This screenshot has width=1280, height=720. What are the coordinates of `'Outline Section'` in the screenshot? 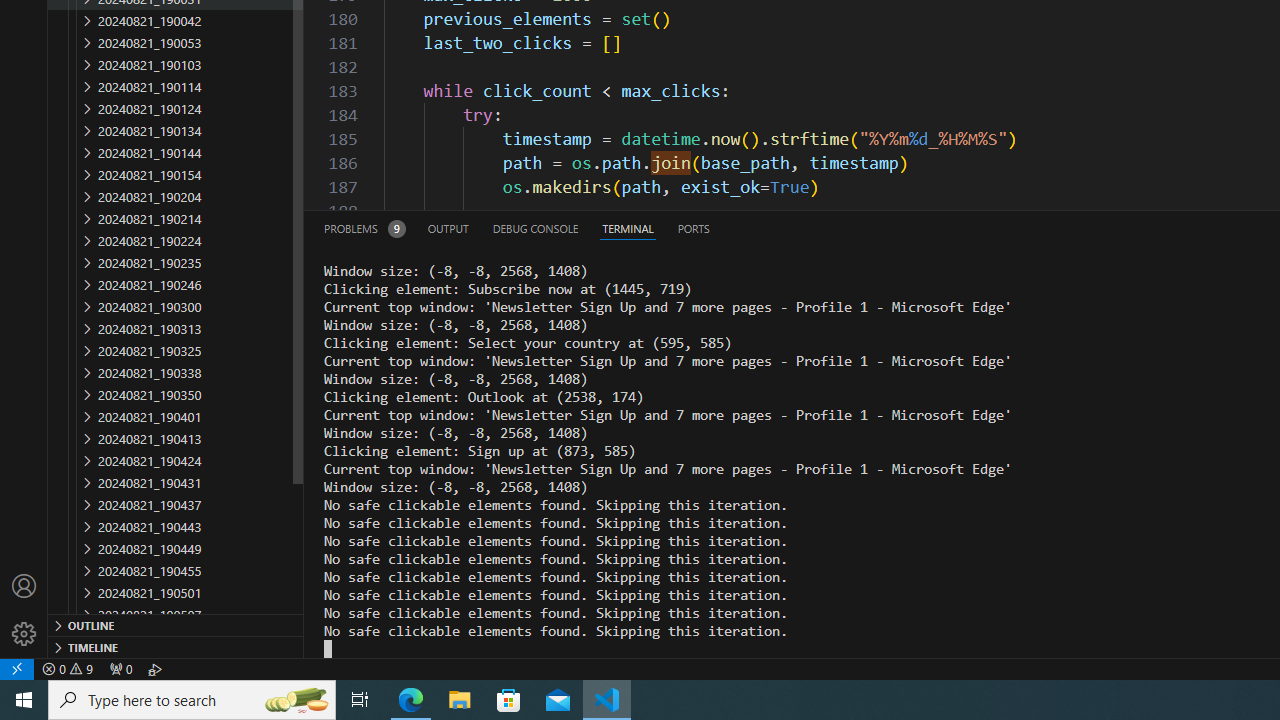 It's located at (176, 623).